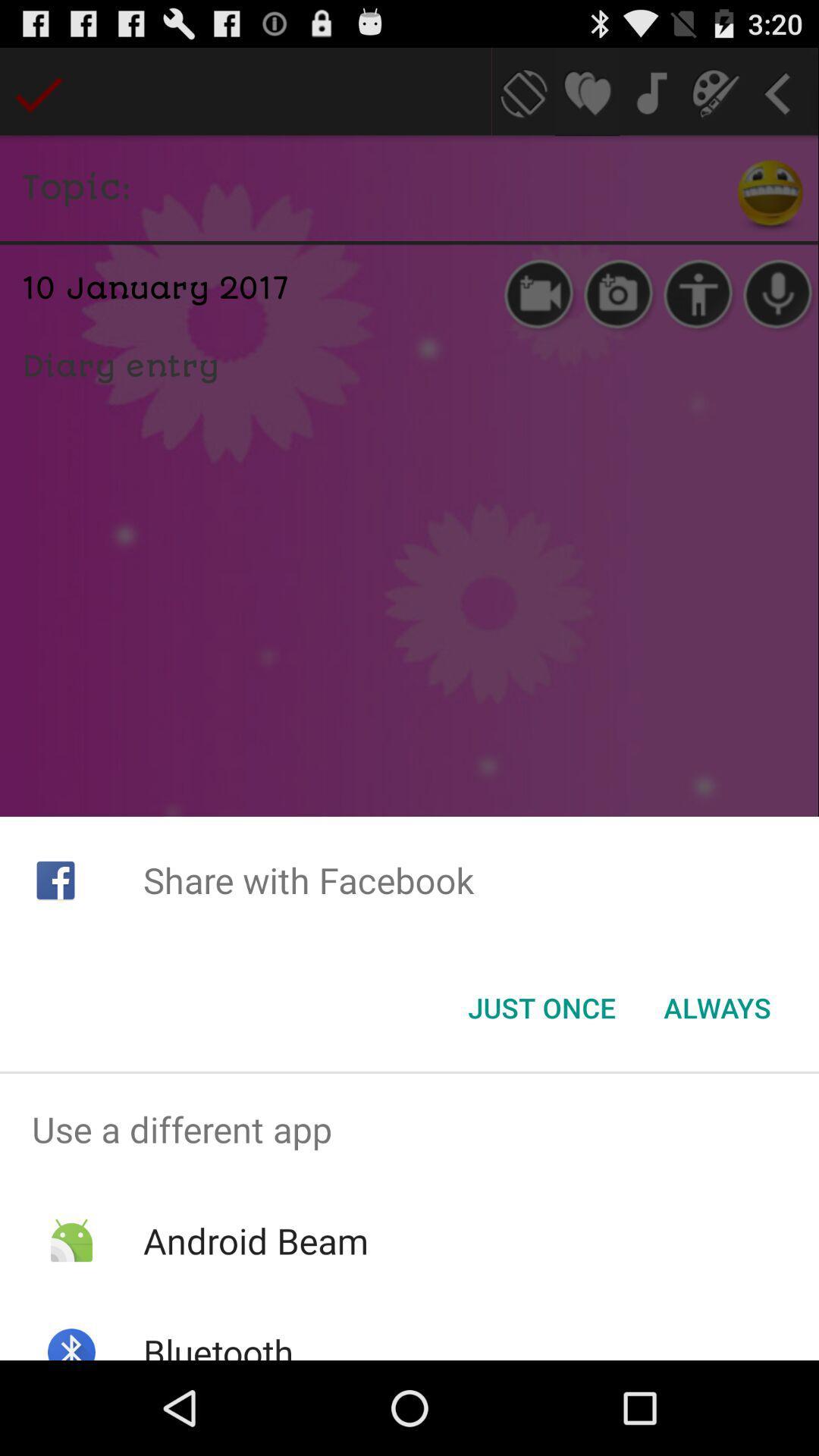  I want to click on the bluetooth, so click(218, 1344).